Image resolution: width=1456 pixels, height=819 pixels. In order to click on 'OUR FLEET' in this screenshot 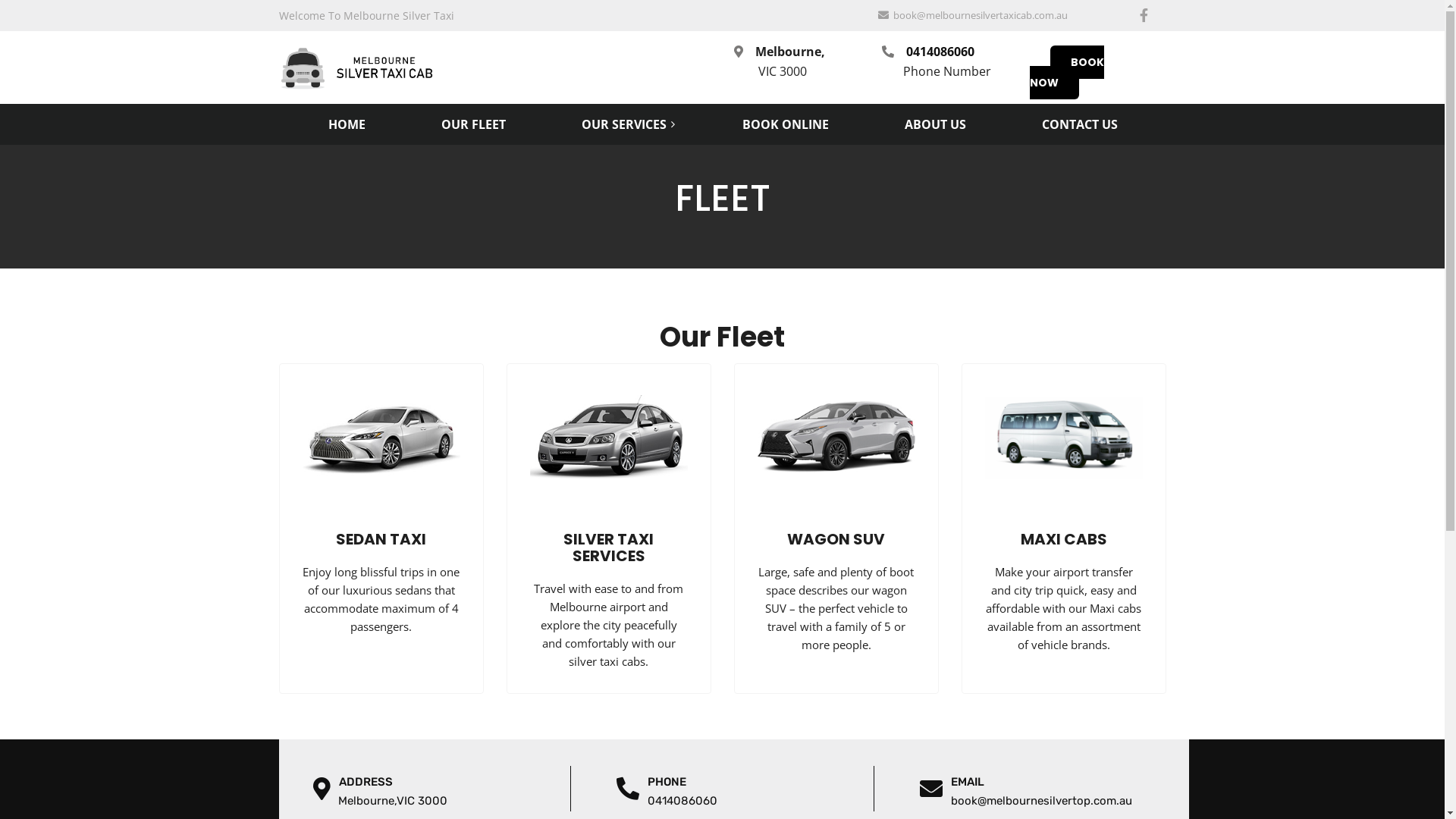, I will do `click(472, 121)`.